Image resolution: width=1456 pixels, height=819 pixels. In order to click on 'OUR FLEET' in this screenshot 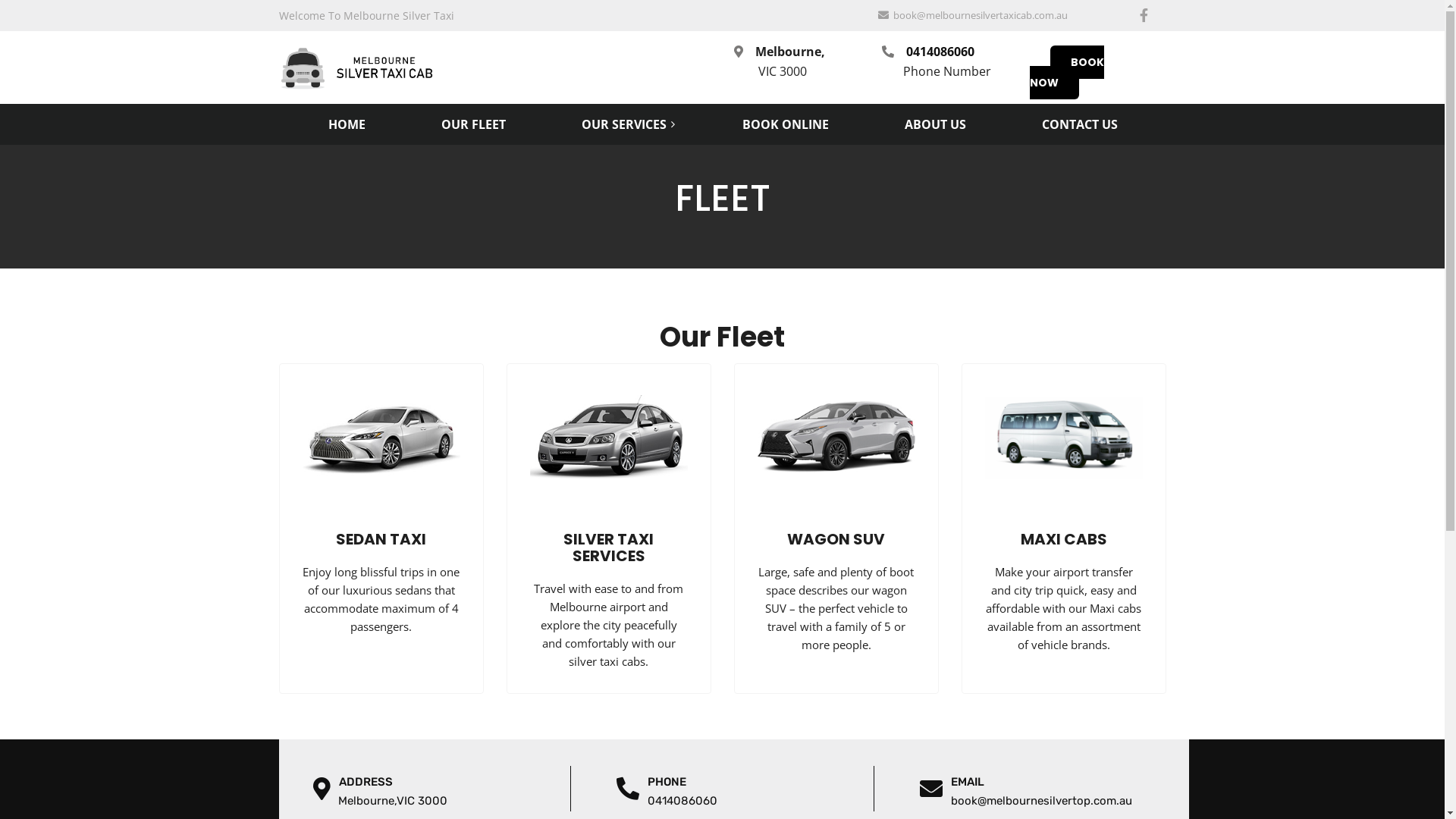, I will do `click(472, 121)`.